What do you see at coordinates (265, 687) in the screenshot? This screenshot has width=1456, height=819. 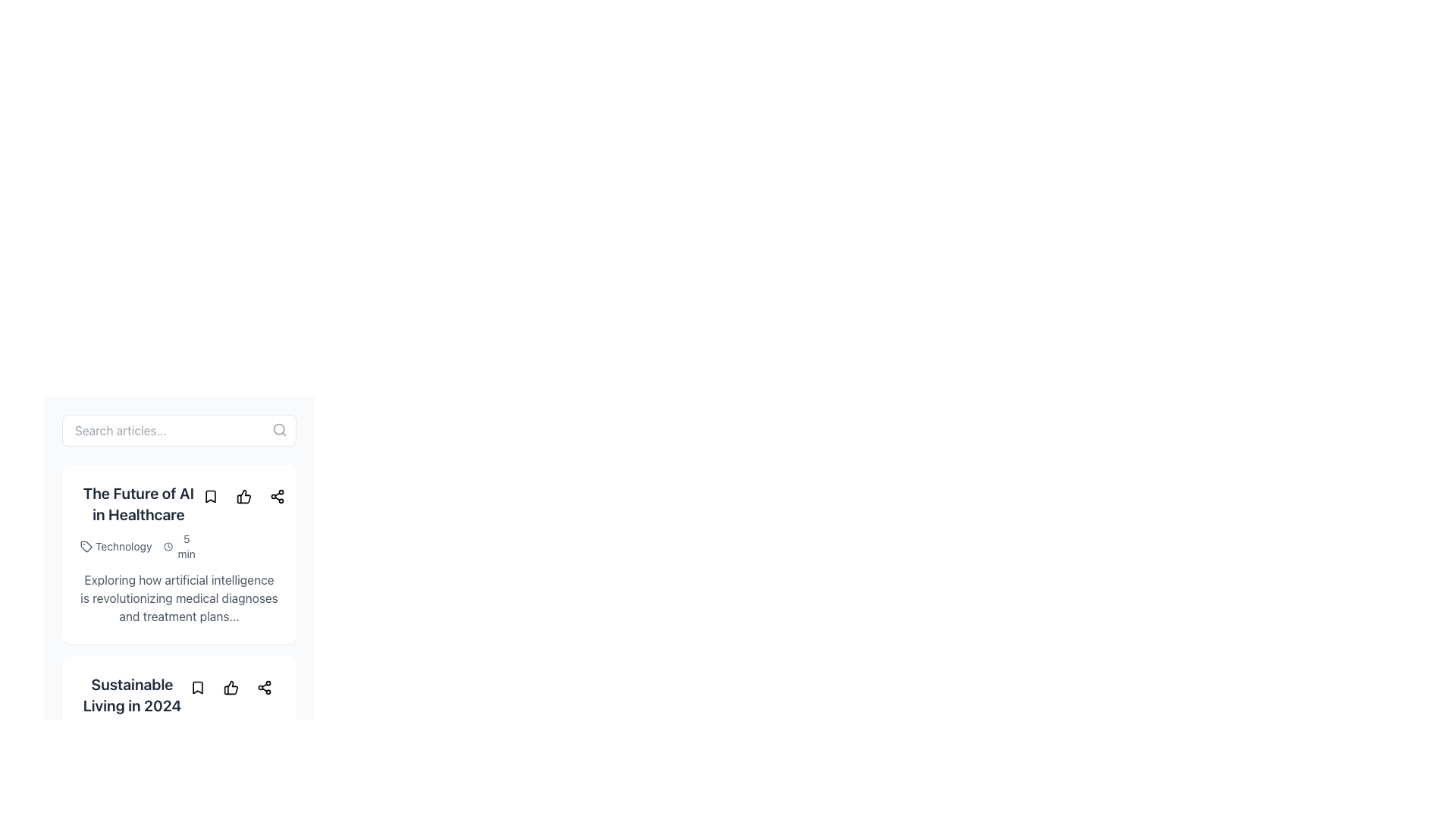 I see `the network icon, which is the third item from the left in the horizontal group of icons next to the article title 'Sustainable Living in 2024', to initiate a sharing action` at bounding box center [265, 687].